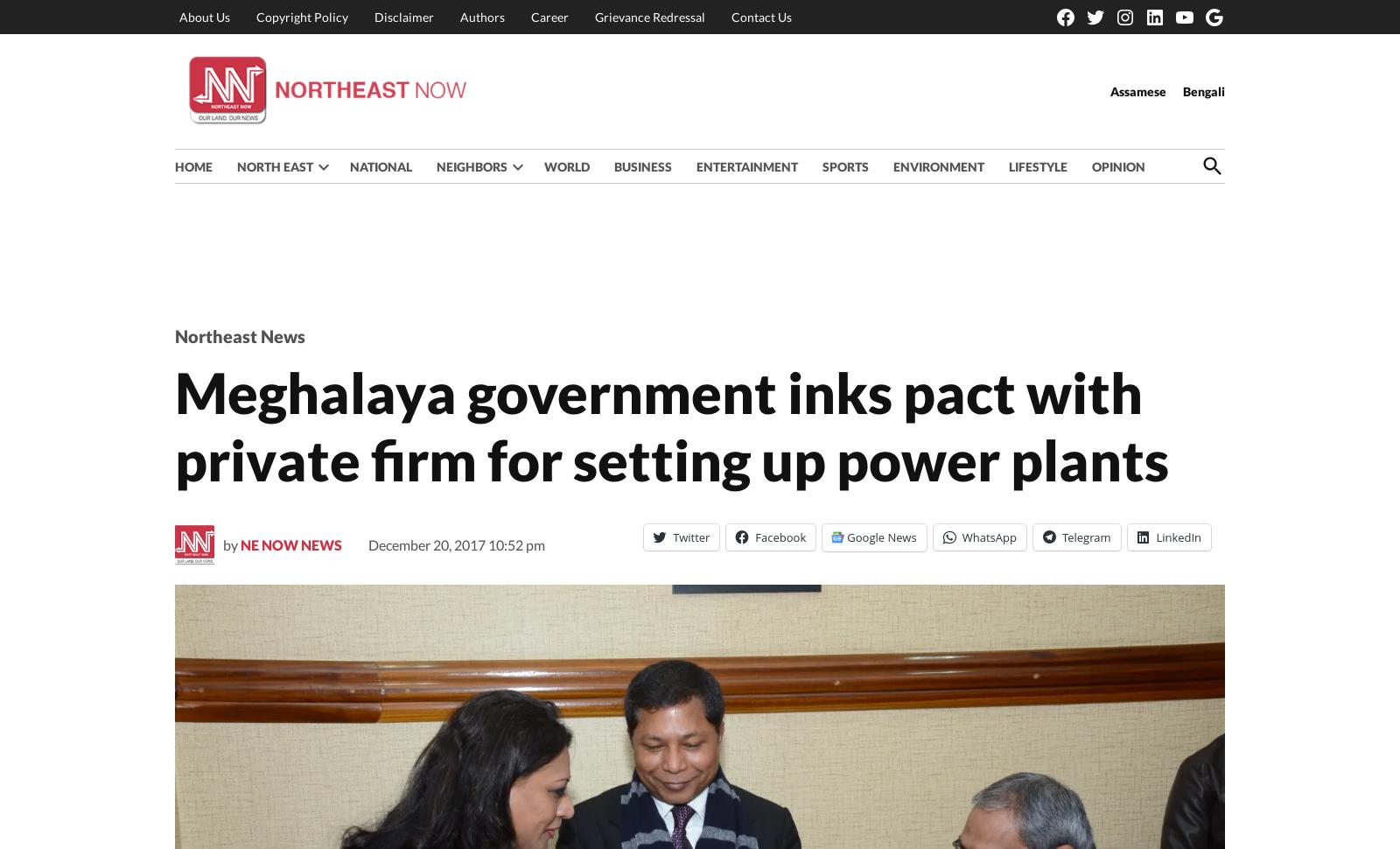 The height and width of the screenshot is (849, 1400). What do you see at coordinates (1203, 90) in the screenshot?
I see `'Bengali'` at bounding box center [1203, 90].